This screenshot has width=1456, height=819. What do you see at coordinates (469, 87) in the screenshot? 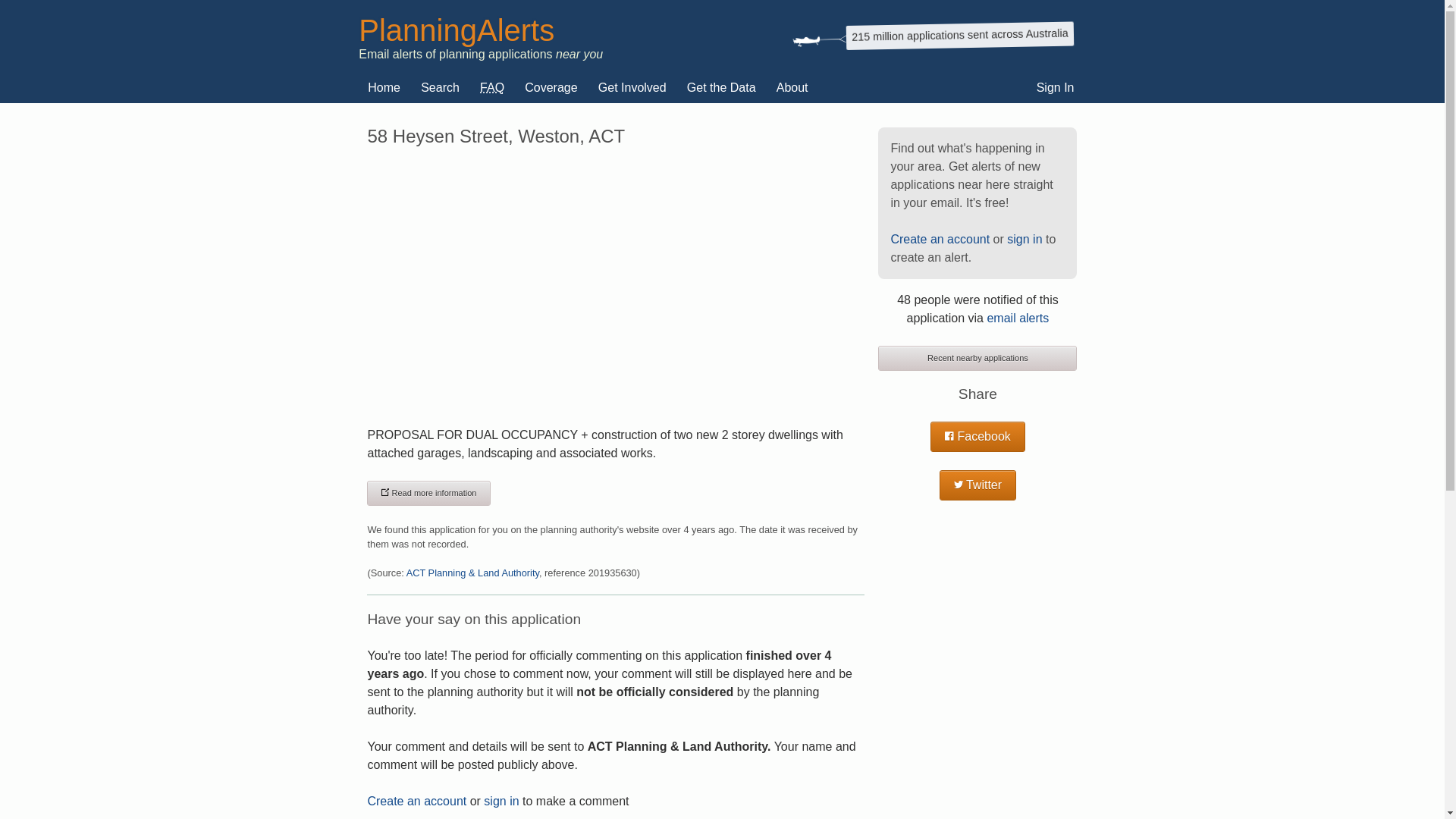
I see `'FAQ'` at bounding box center [469, 87].